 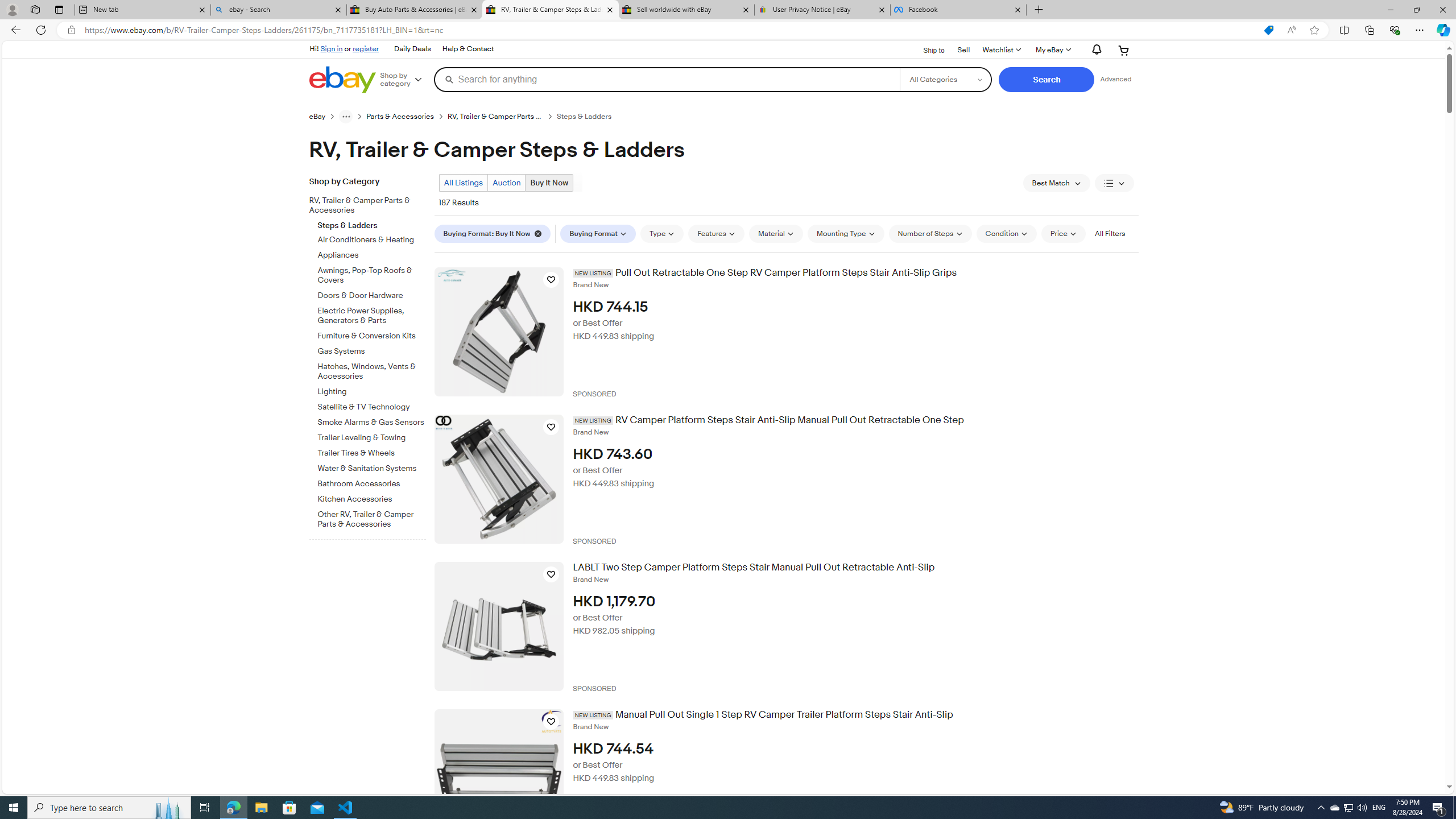 I want to click on 'Other RV, Trailer & Camper Parts & Accessories', so click(x=371, y=519).